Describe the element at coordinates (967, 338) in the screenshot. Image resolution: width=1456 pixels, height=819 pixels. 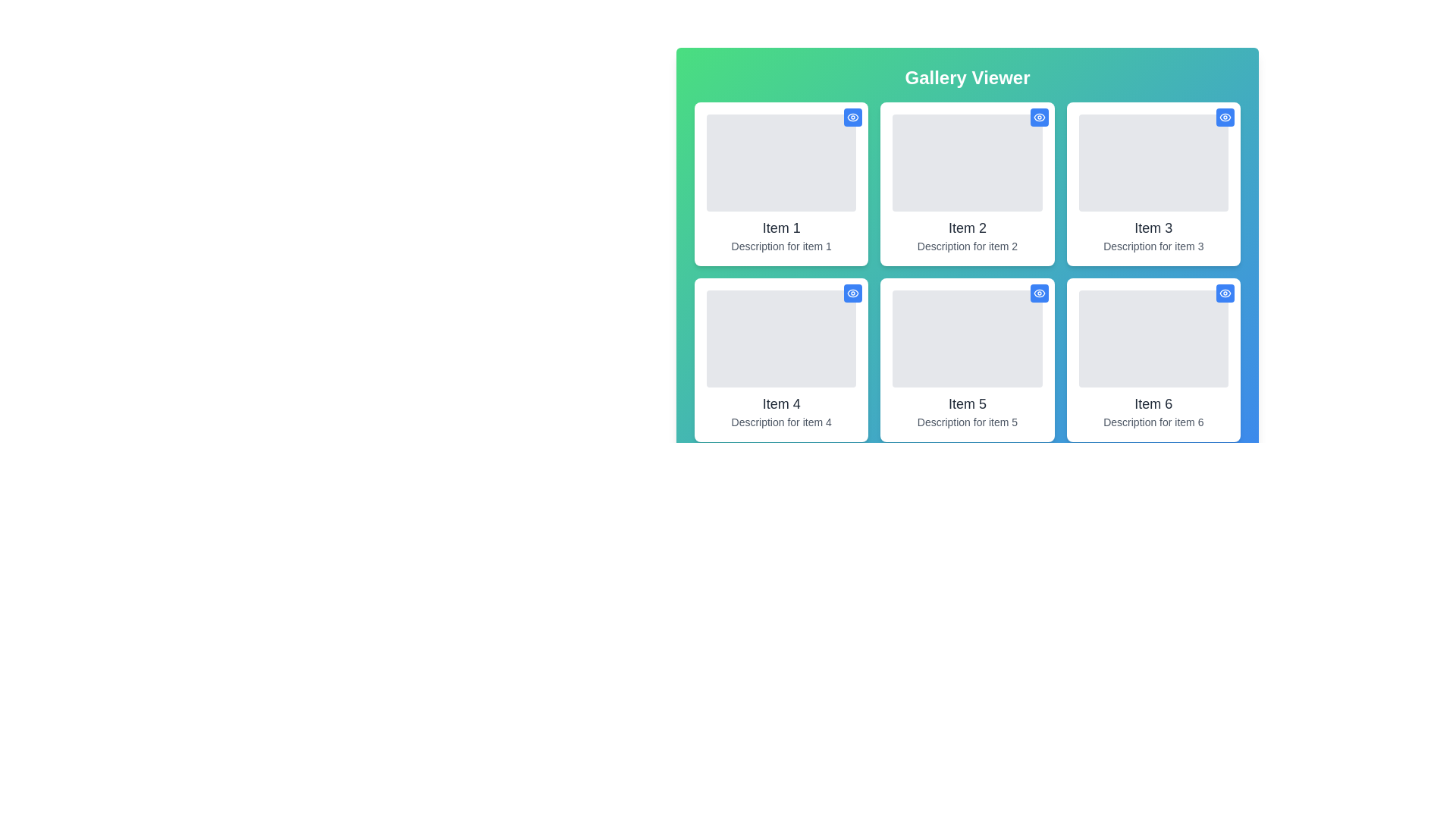
I see `the Placeholder area located in the top portion of the Item 5 card, which is in the third column of the second row in the grid layout` at that location.